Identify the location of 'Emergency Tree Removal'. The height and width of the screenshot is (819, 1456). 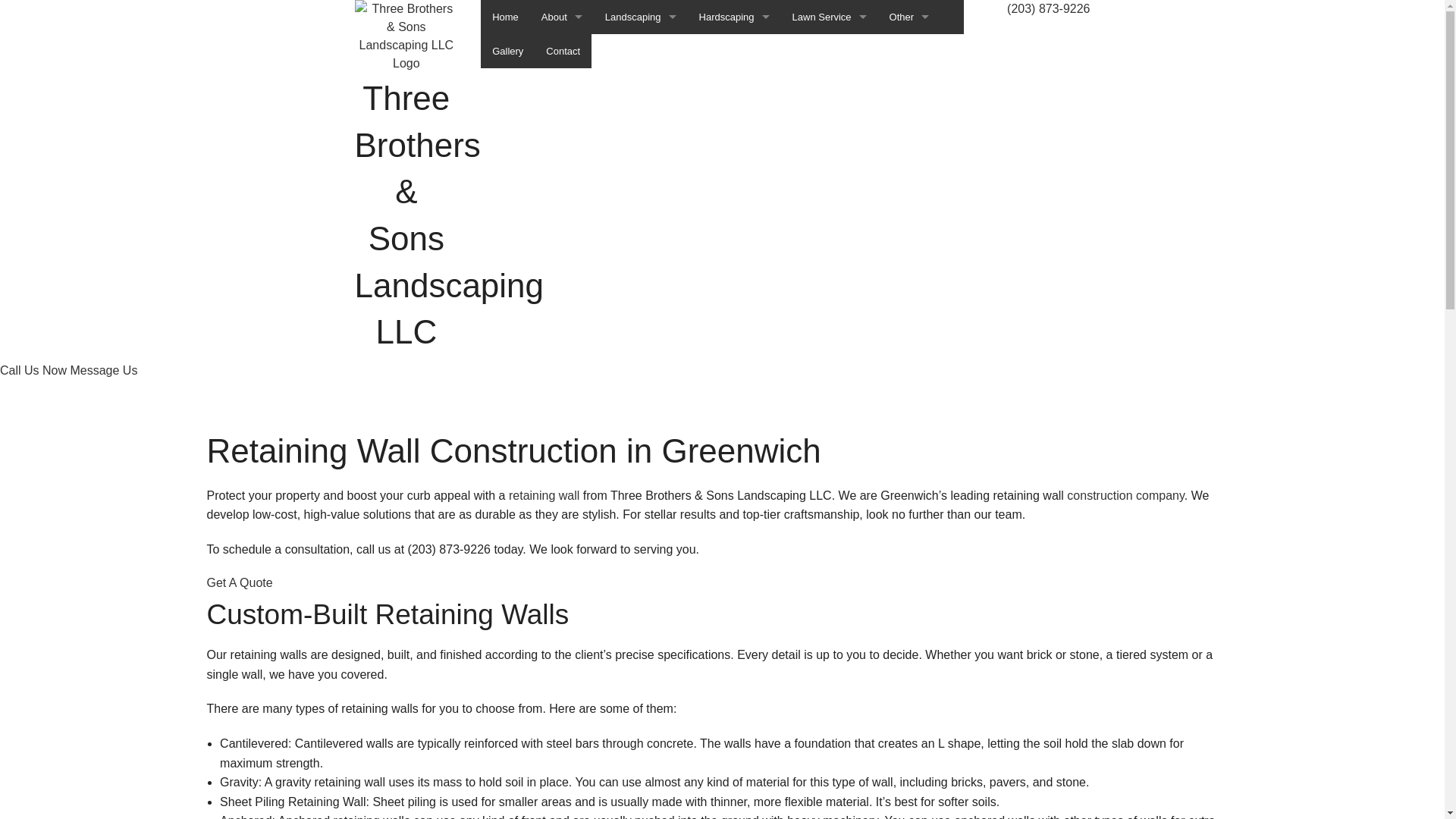
(877, 50).